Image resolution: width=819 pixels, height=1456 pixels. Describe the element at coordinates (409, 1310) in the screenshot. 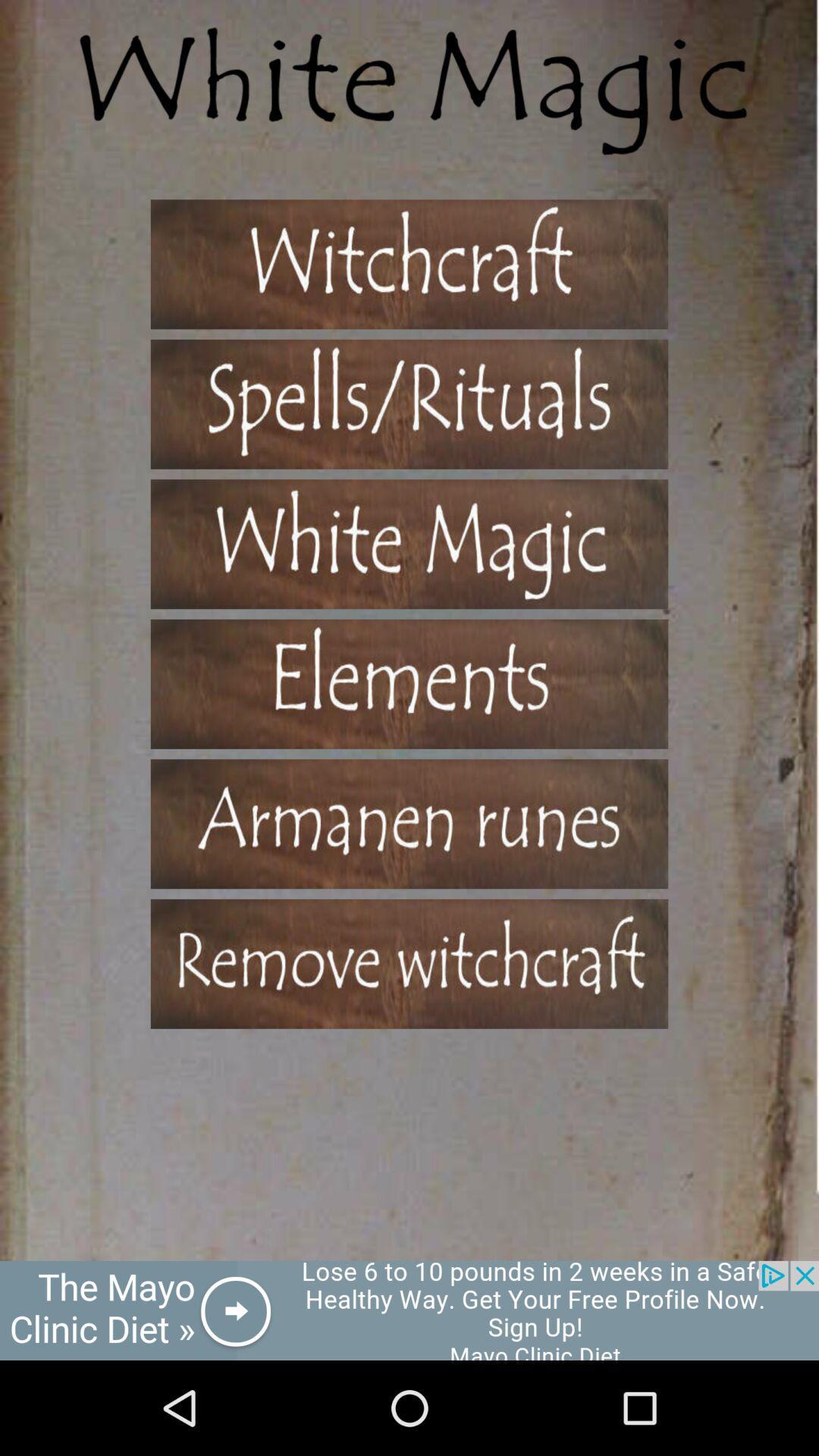

I see `open advertisement` at that location.